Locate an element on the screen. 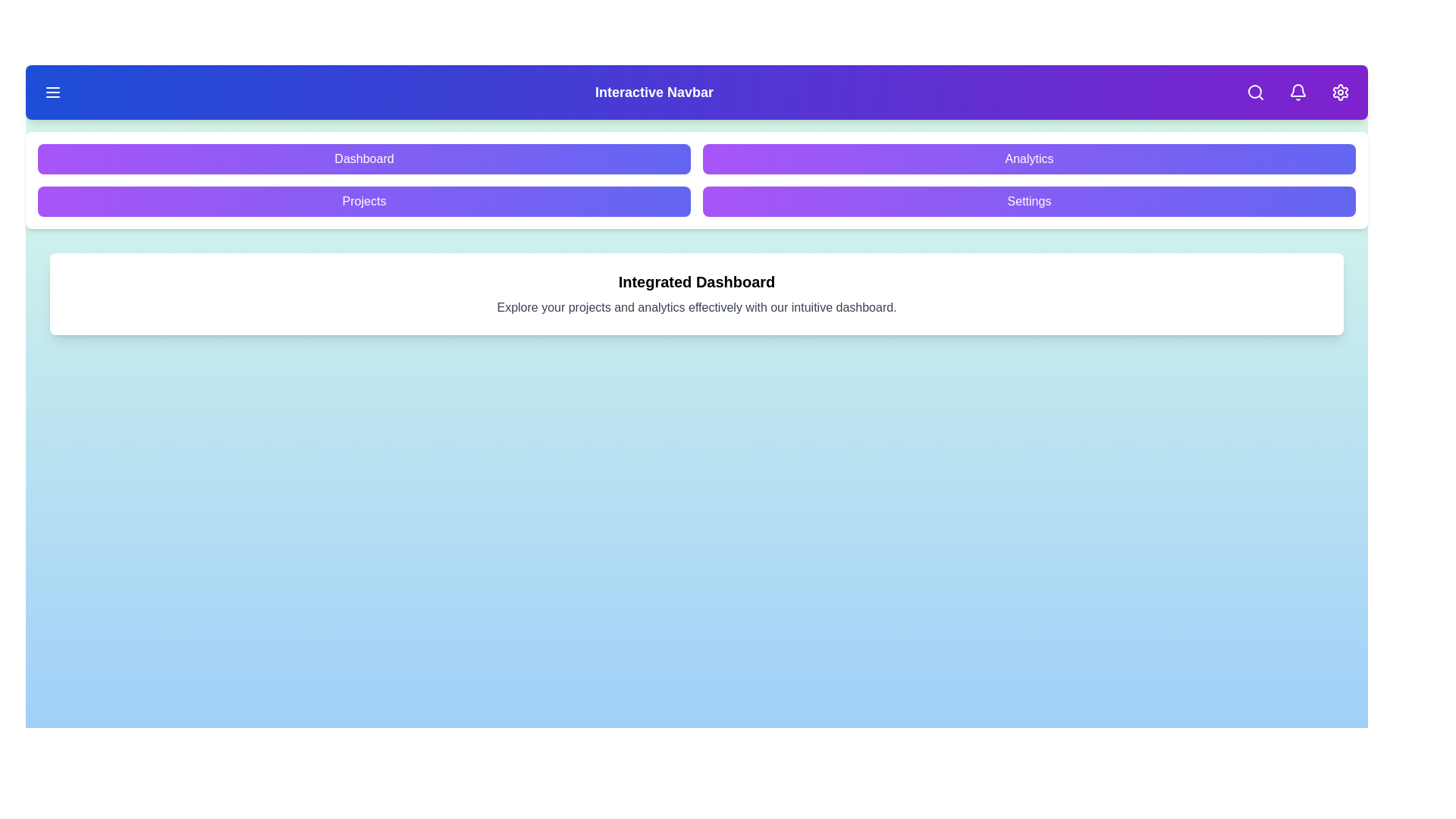  the menu toggle button to toggle the menu visibility is located at coordinates (53, 93).